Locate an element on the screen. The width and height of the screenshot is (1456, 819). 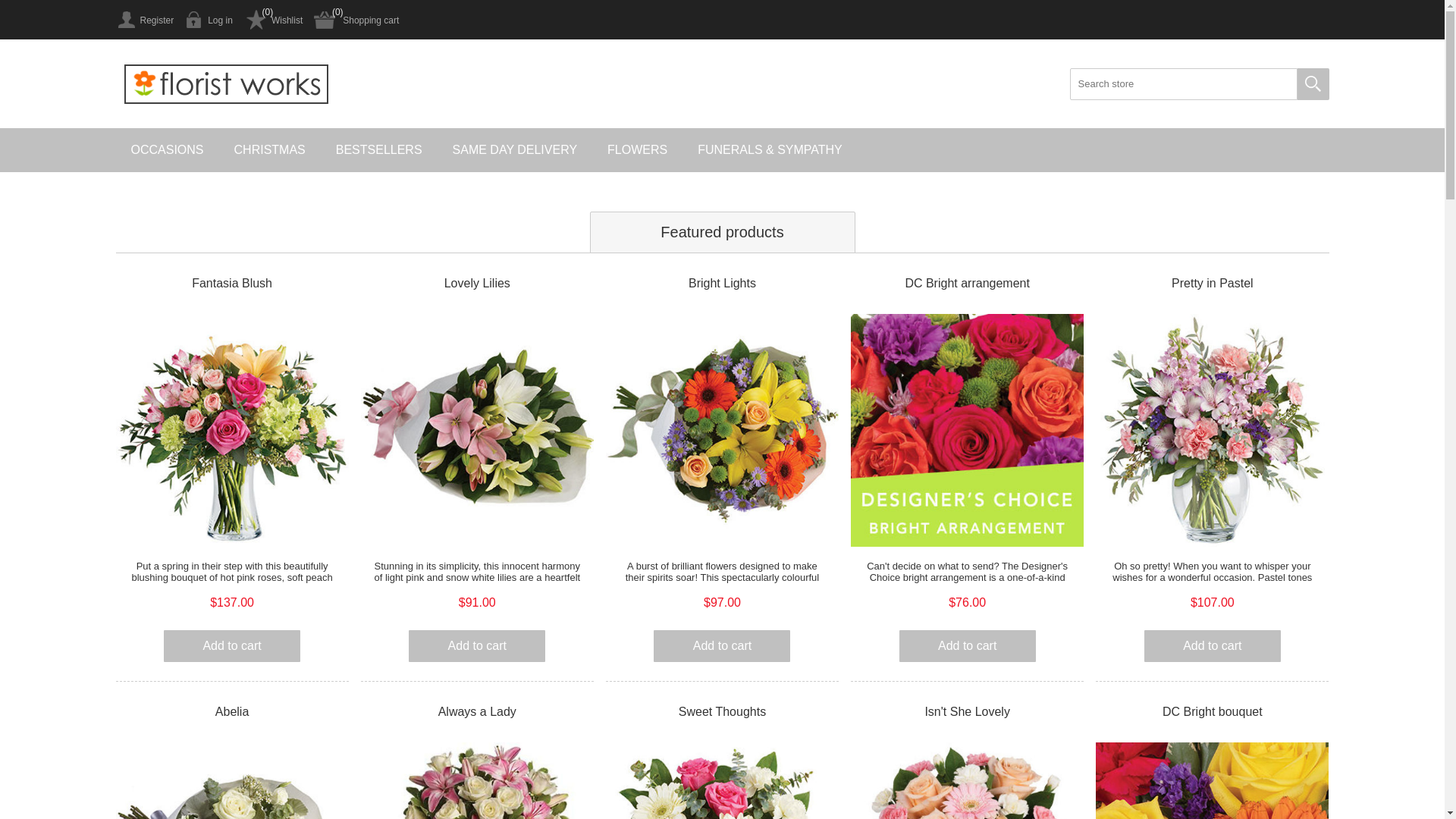
'Show details for Pretty in Pastel' is located at coordinates (1211, 430).